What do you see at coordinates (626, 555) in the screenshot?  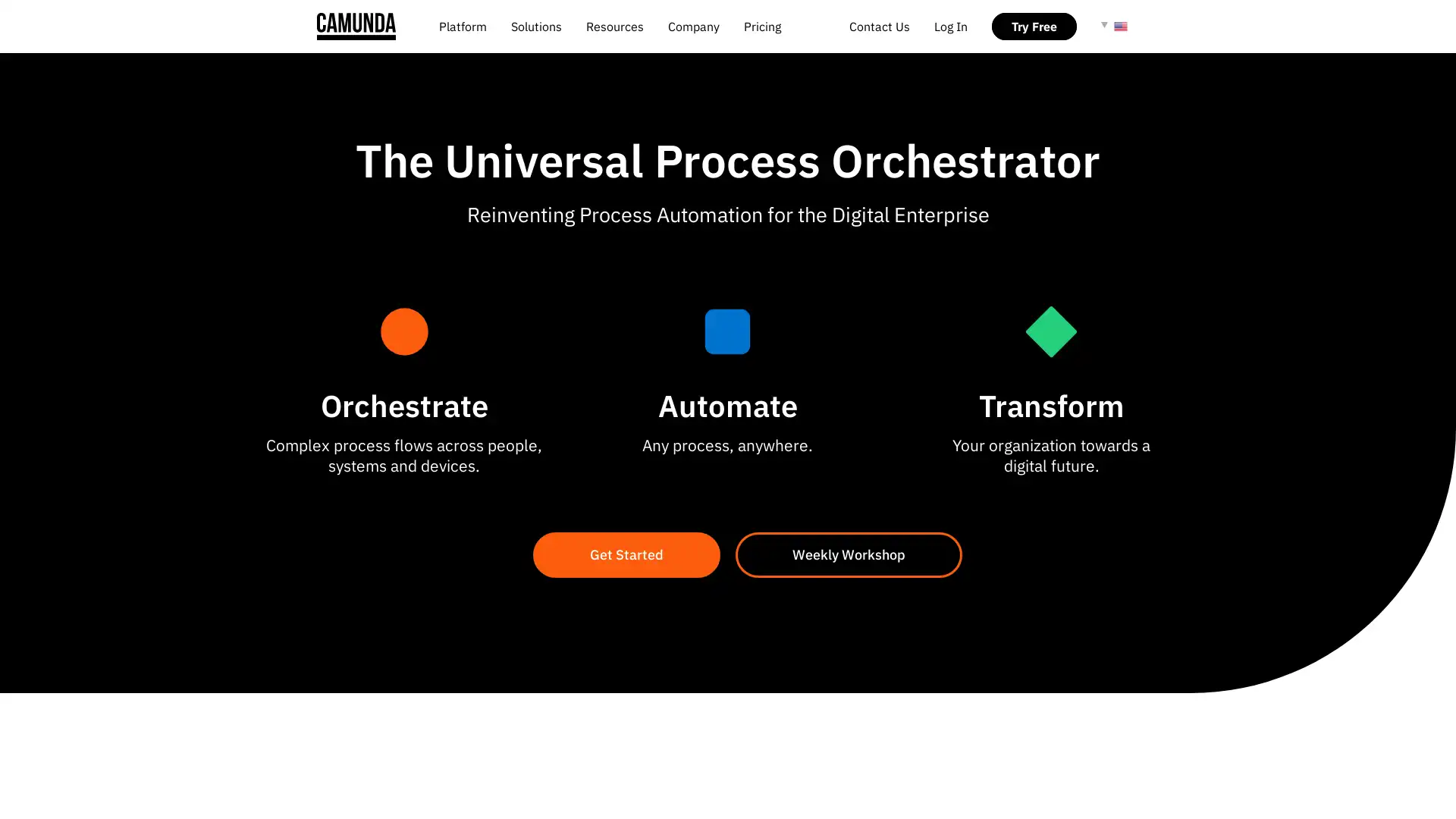 I see `Get Started` at bounding box center [626, 555].